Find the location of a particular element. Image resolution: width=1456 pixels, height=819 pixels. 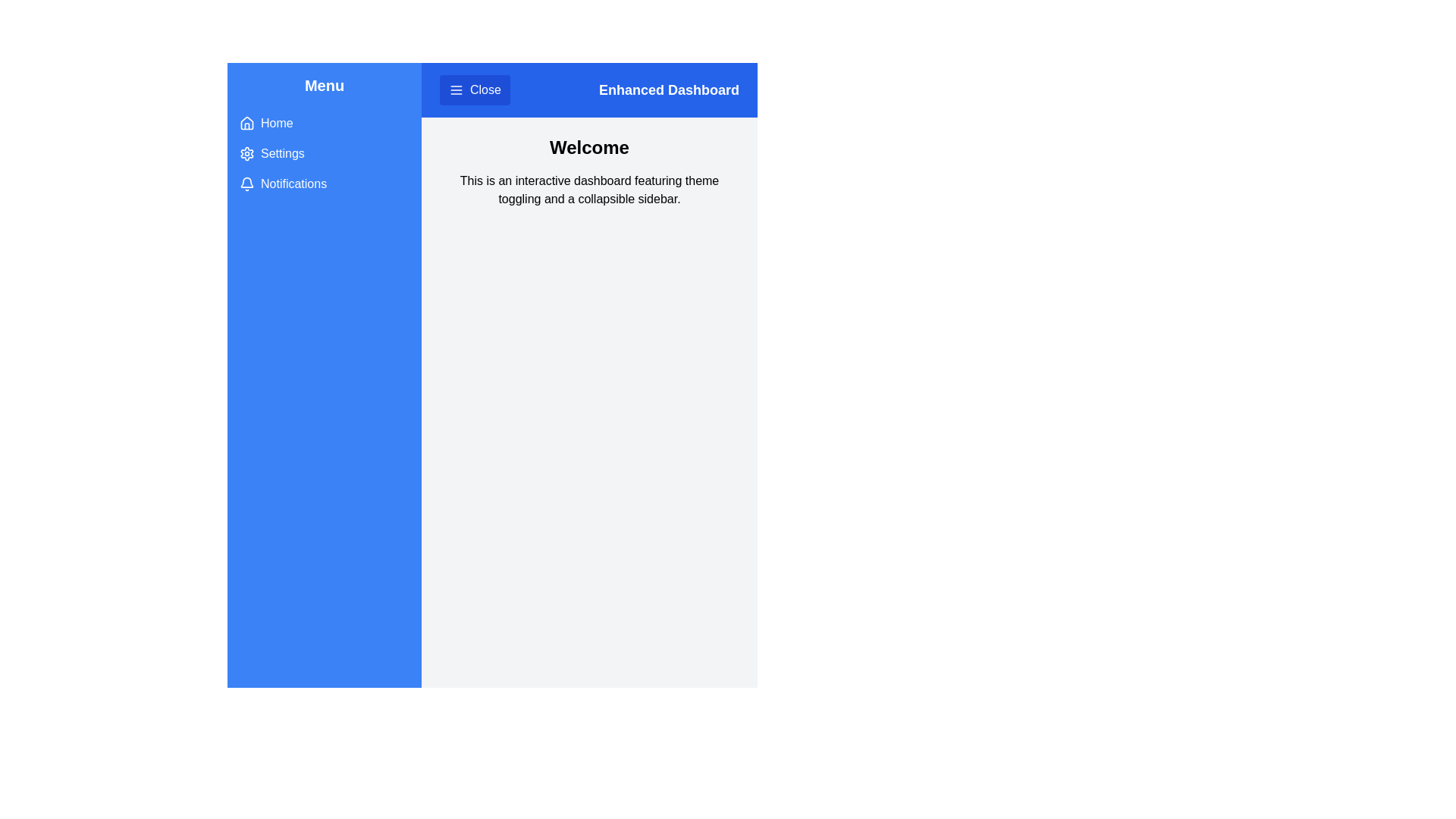

the descriptive header text label at the top of the left sidebar, which precedes elements like 'Home', 'Settings', and 'Notifications' is located at coordinates (323, 85).